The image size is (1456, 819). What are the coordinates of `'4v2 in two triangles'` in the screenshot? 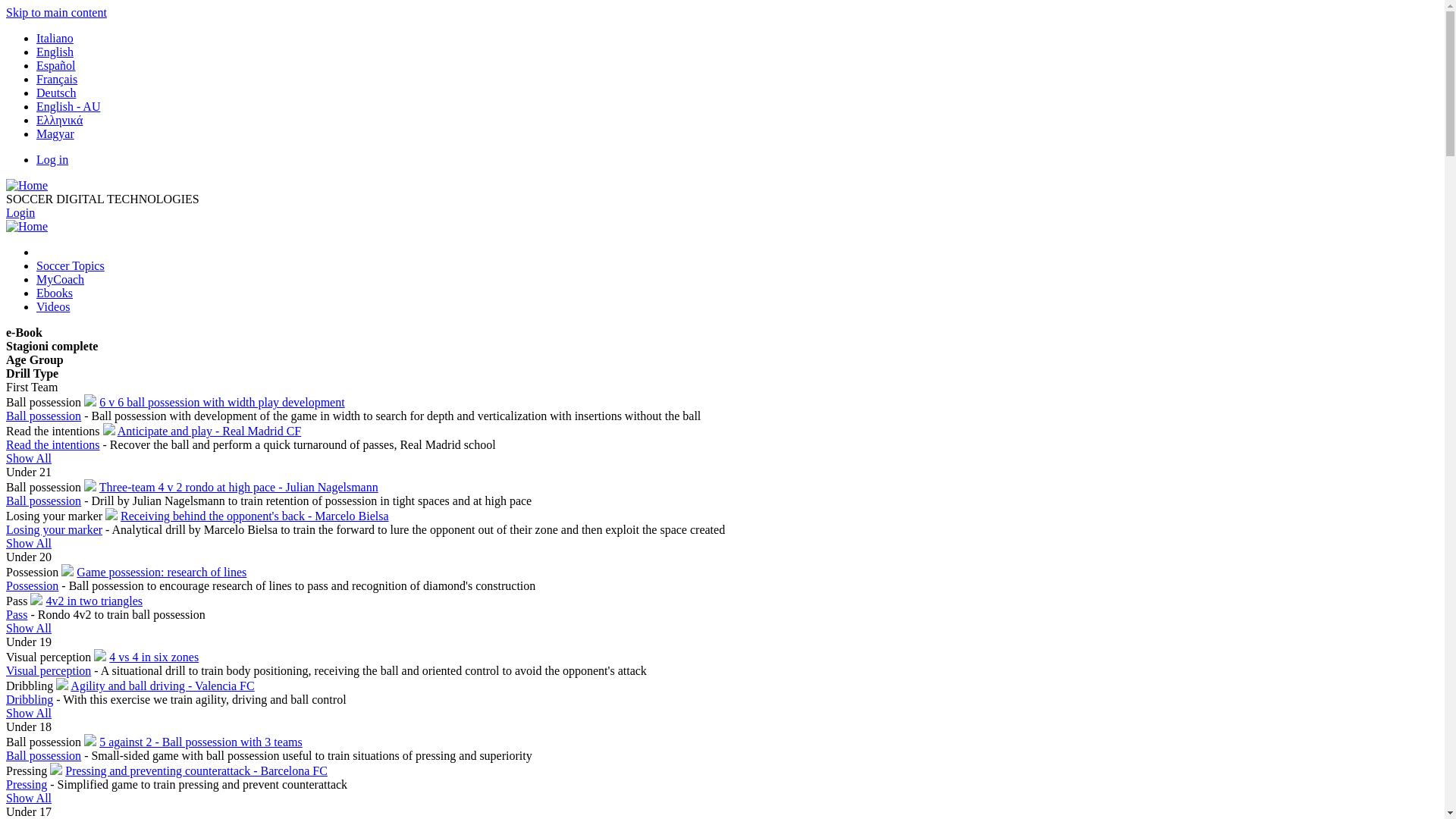 It's located at (93, 600).